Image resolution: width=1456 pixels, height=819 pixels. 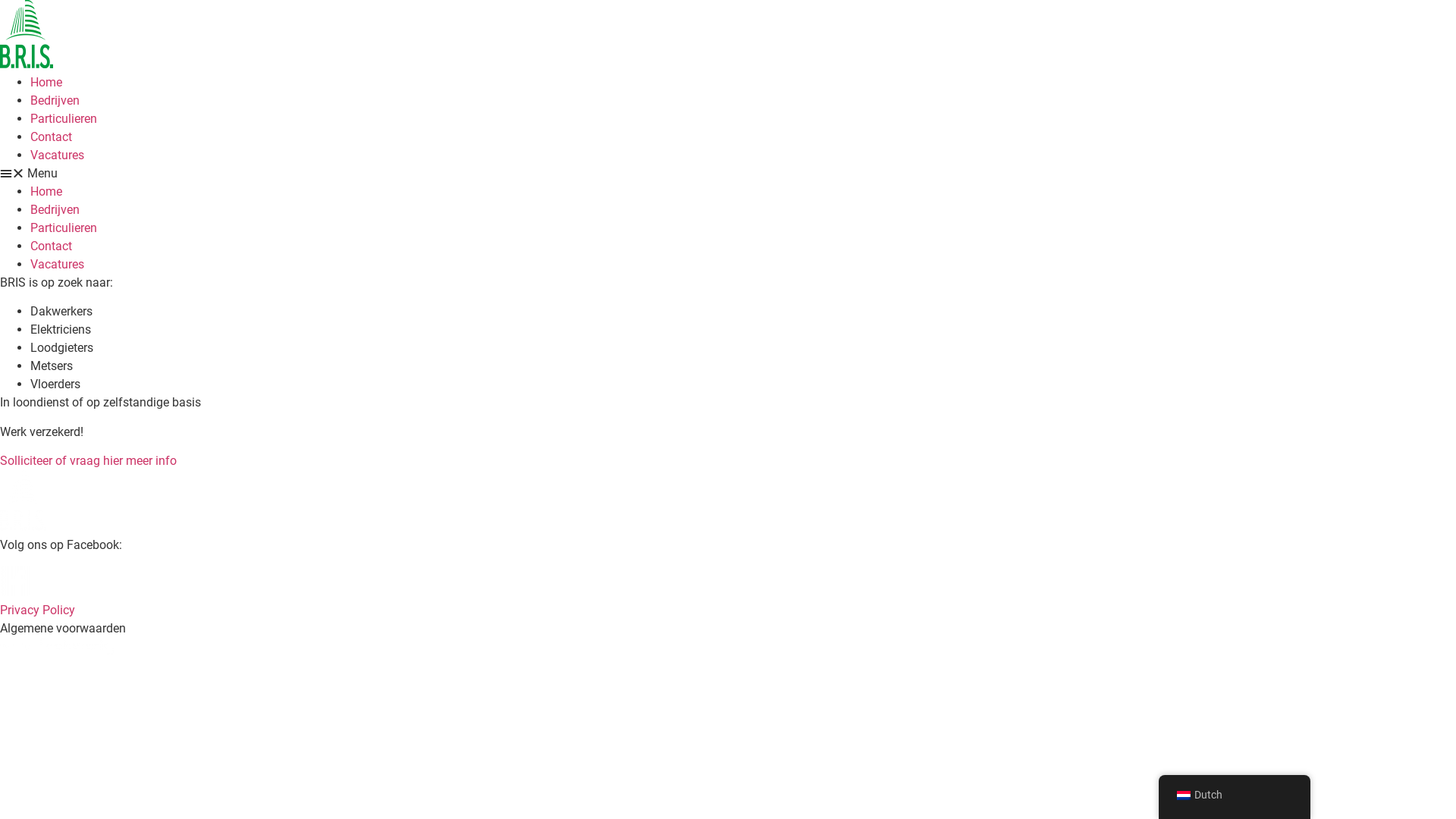 What do you see at coordinates (0, 580) in the screenshot?
I see `'facebook-app-logo-wit'` at bounding box center [0, 580].